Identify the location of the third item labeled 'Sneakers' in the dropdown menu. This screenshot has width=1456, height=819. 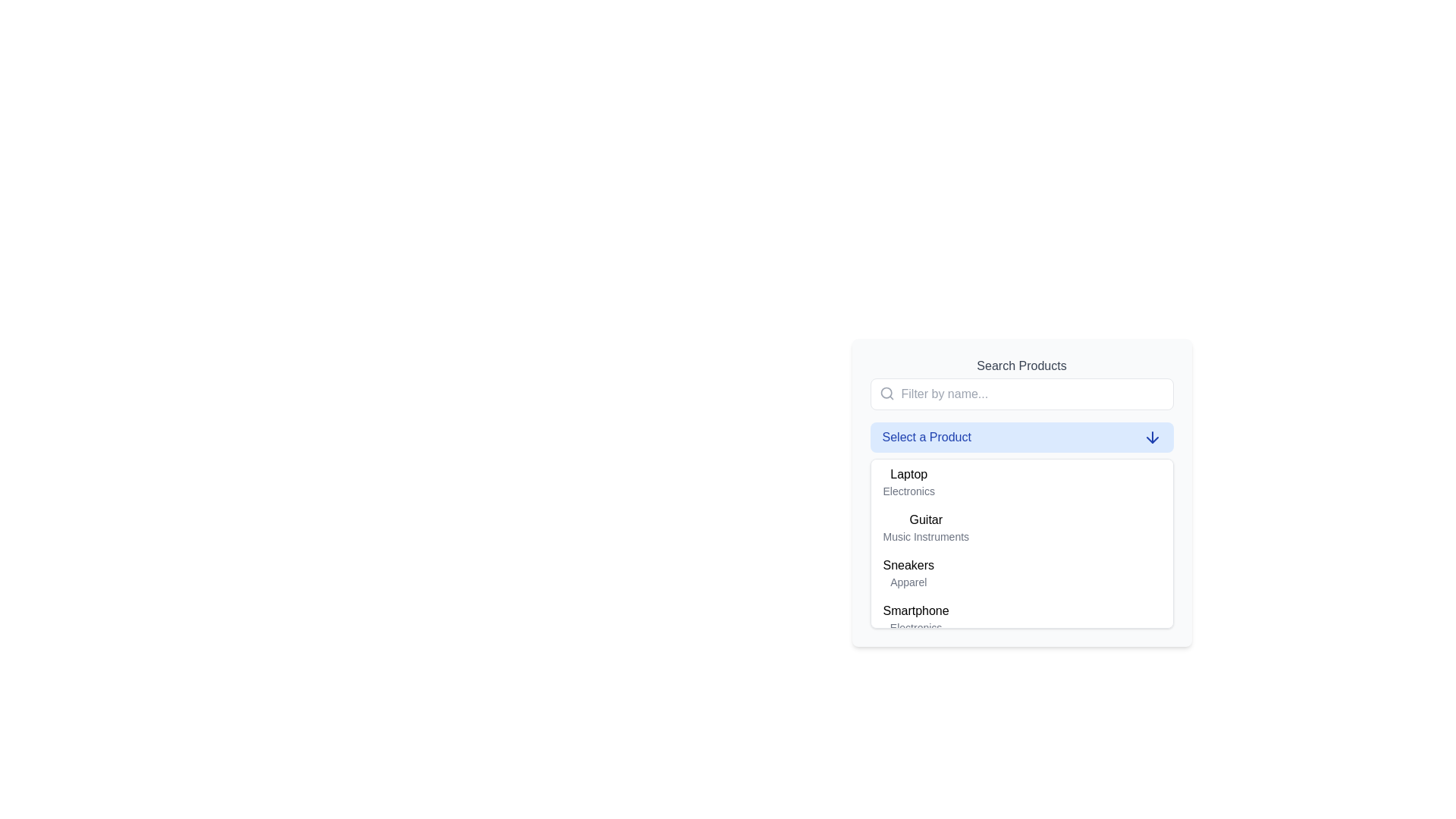
(908, 573).